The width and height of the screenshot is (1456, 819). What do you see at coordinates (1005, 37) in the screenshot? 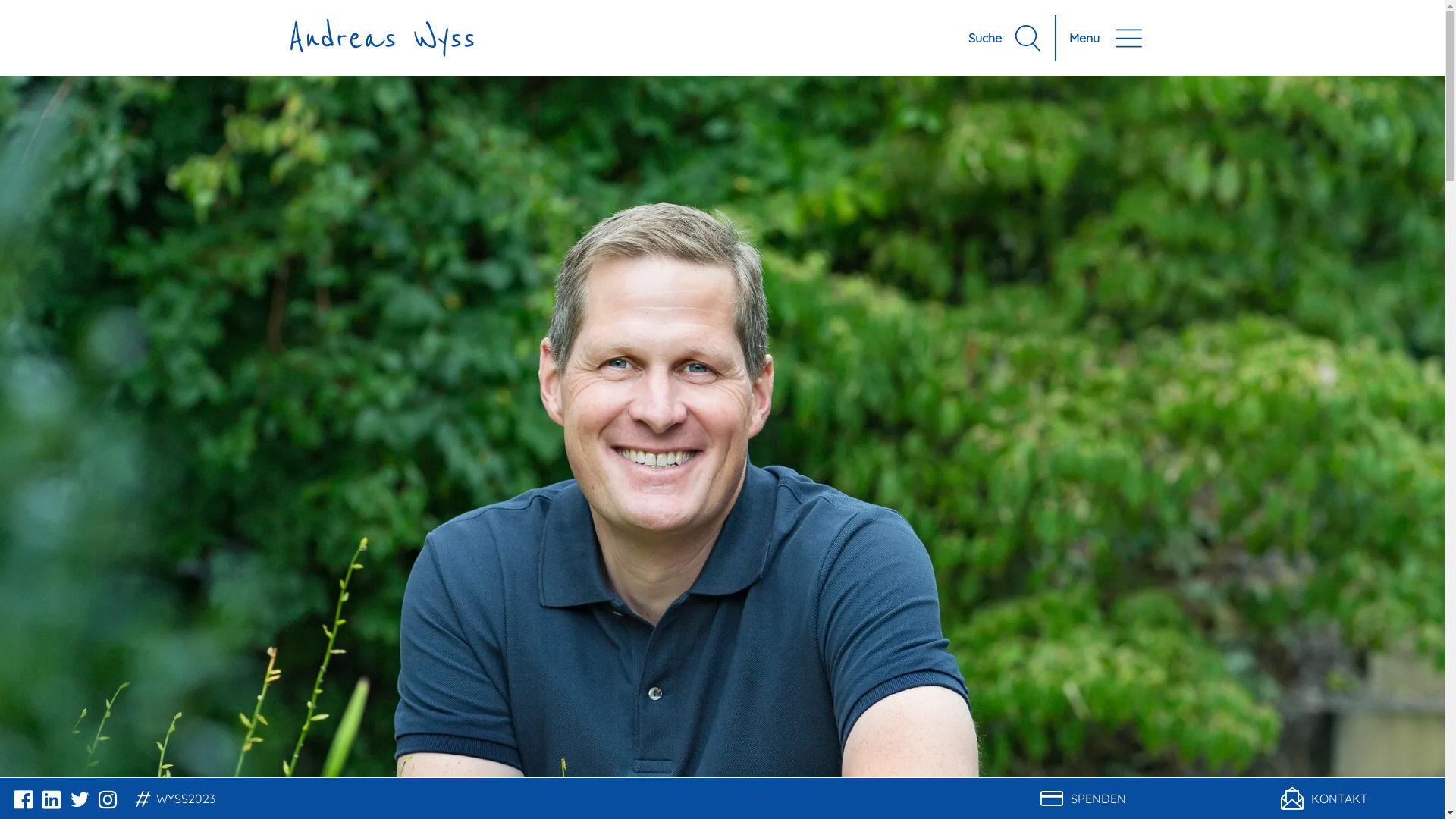
I see `'Suche'` at bounding box center [1005, 37].